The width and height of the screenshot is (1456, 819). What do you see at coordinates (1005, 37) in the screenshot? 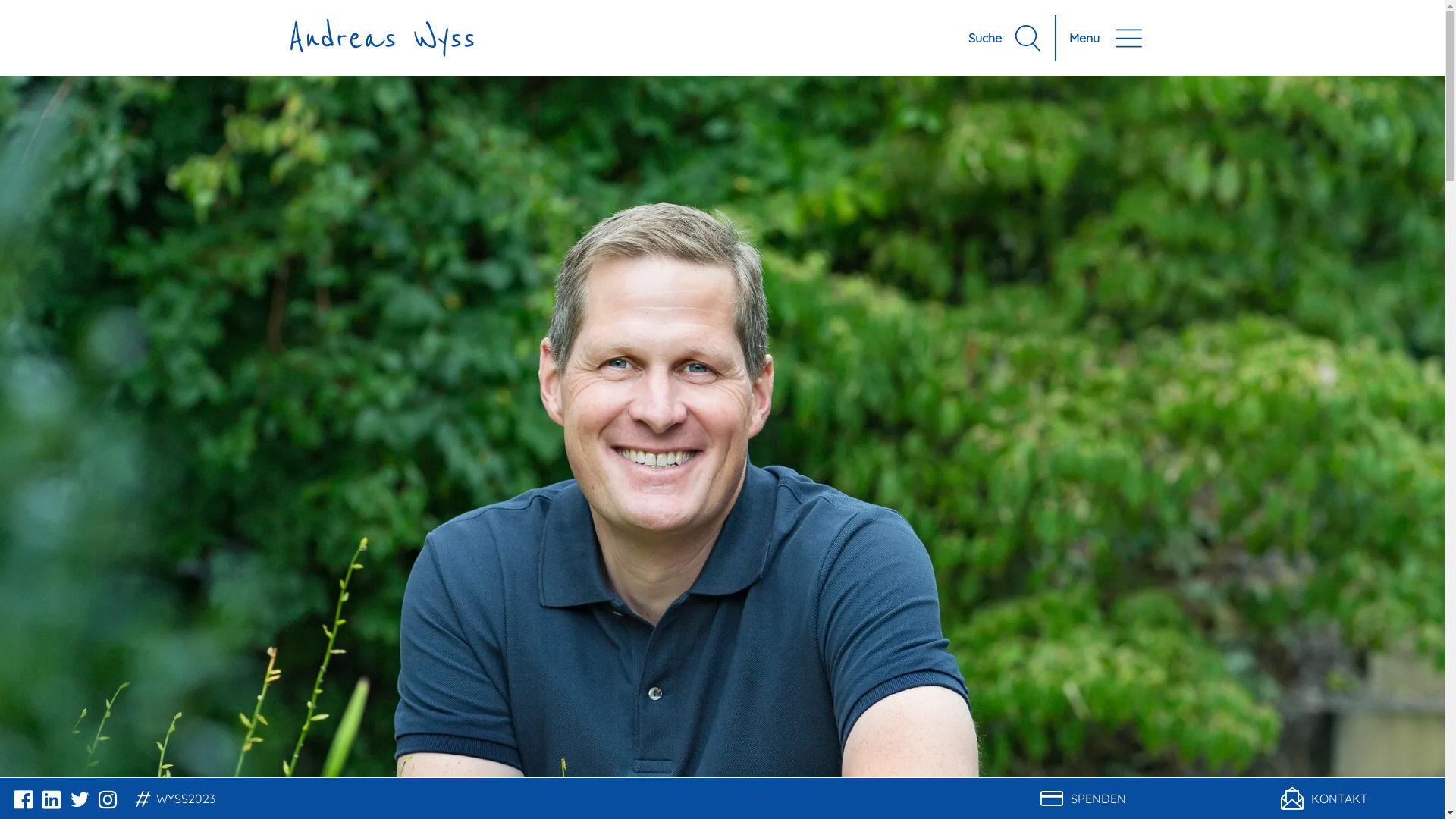
I see `'Suche'` at bounding box center [1005, 37].